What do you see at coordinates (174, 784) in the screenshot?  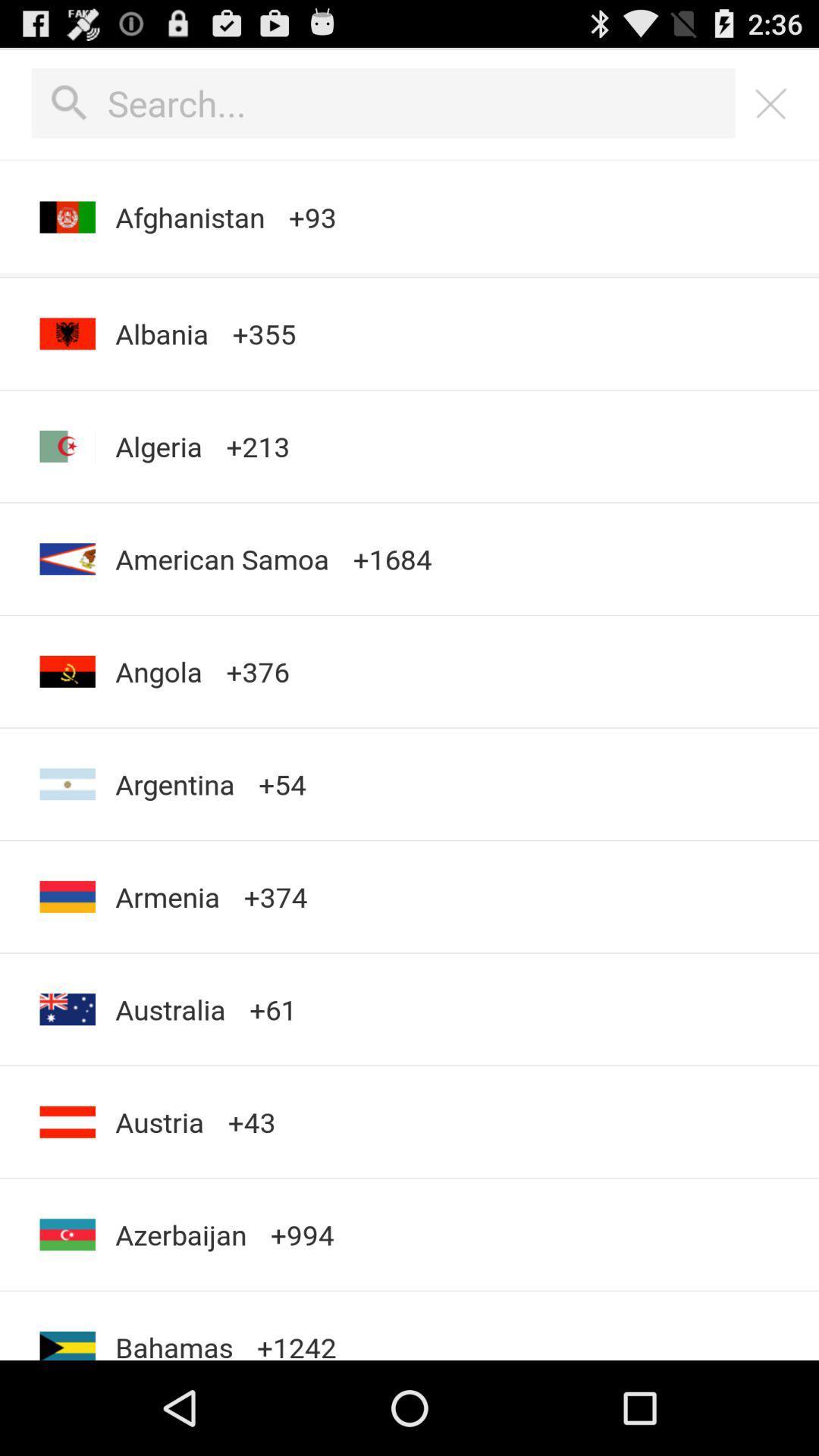 I see `argentina icon` at bounding box center [174, 784].